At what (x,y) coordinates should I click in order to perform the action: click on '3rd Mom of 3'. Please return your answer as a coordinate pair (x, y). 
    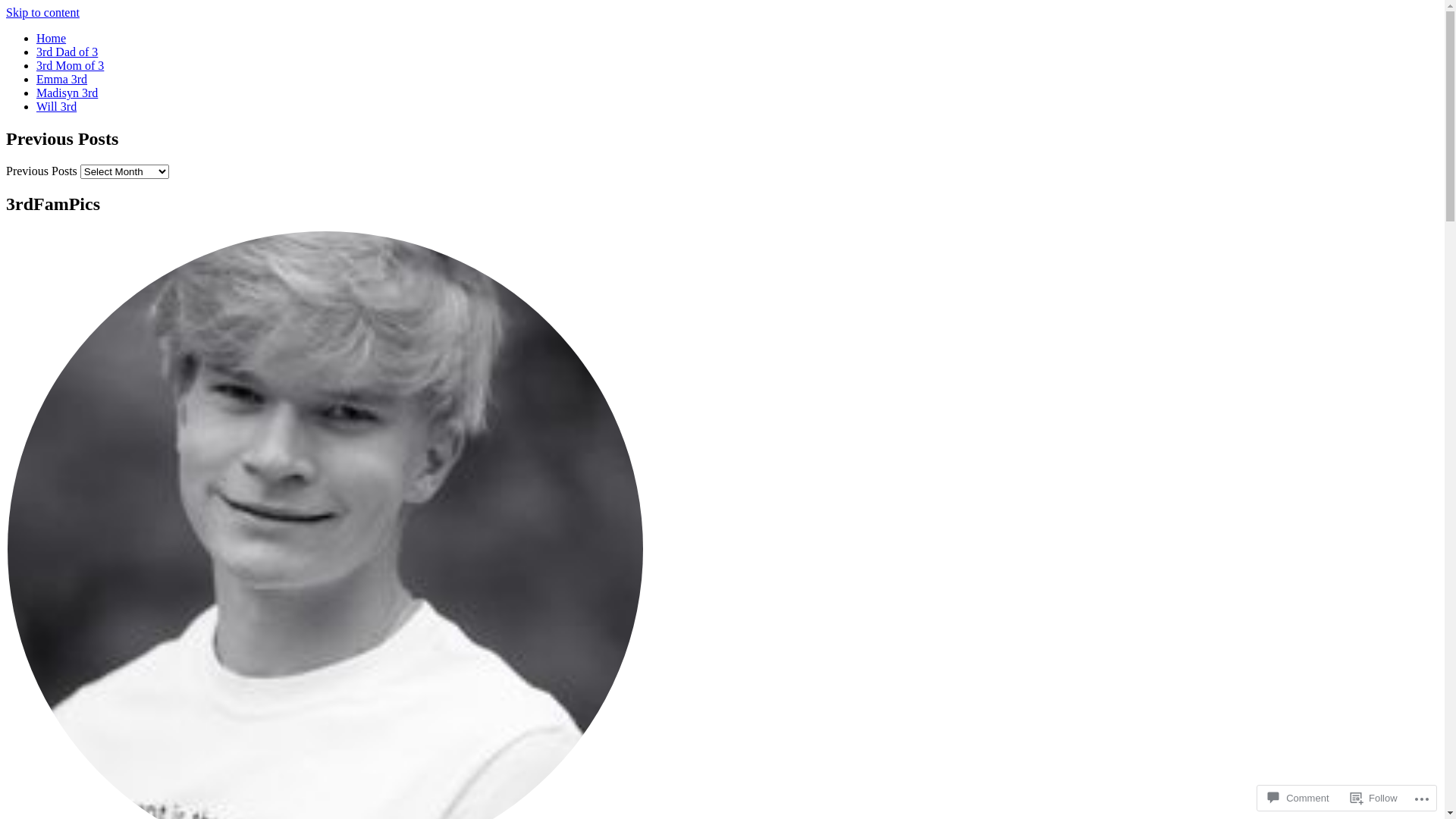
    Looking at the image, I should click on (69, 64).